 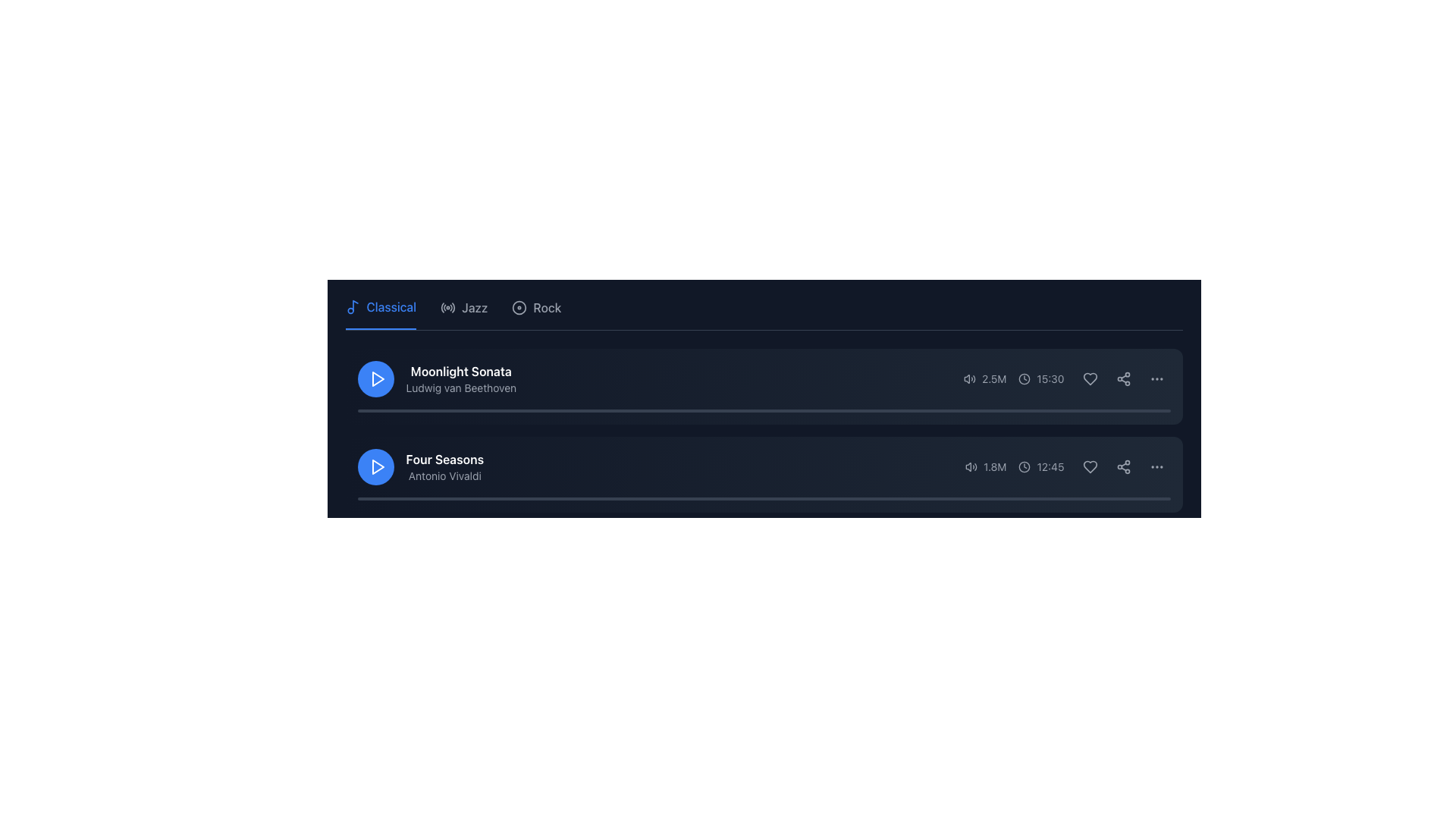 What do you see at coordinates (1123, 378) in the screenshot?
I see `the share icon button located at the far right of the actions row for the 'Moonlight Sonata' music item` at bounding box center [1123, 378].